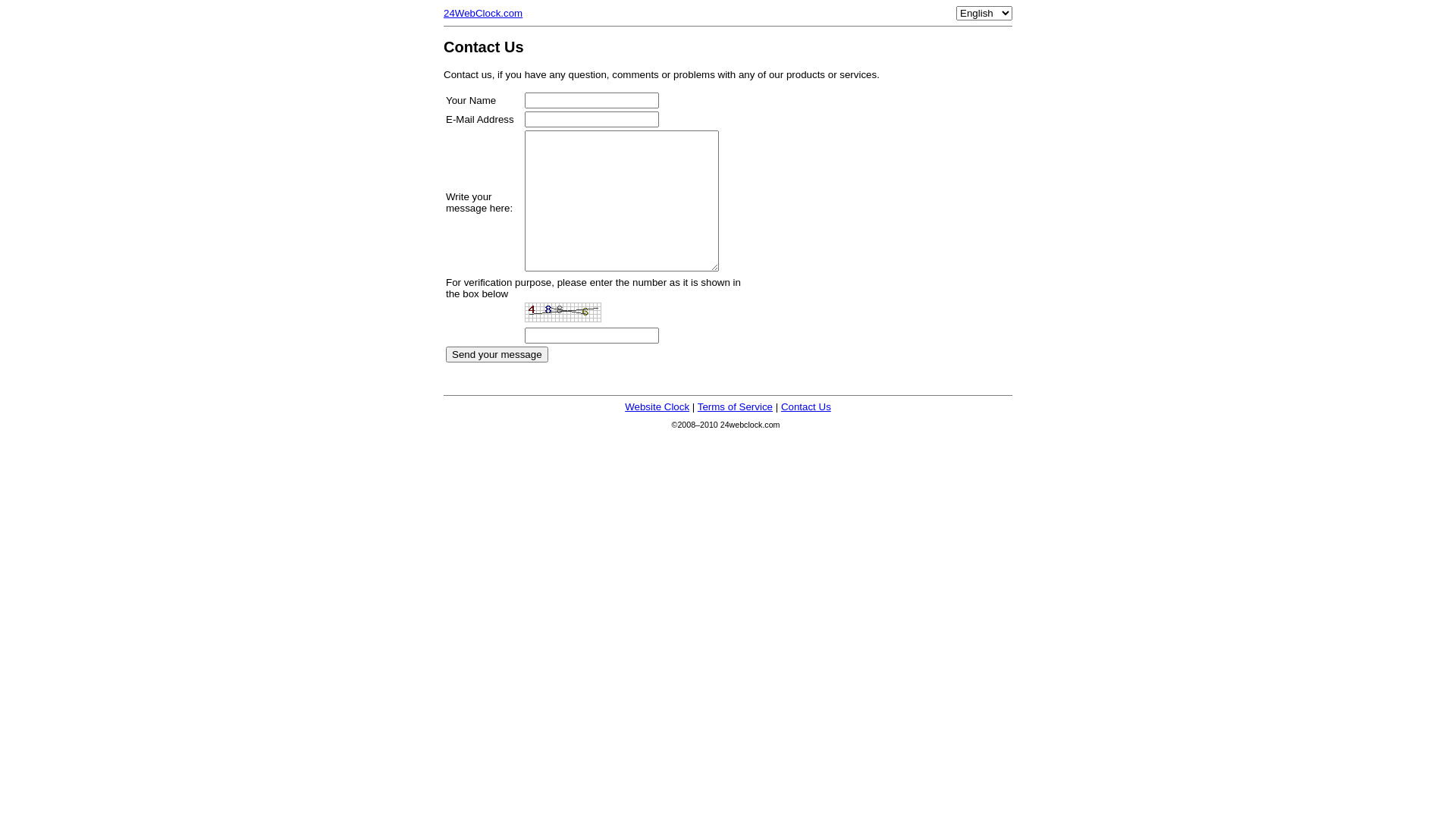 This screenshot has height=819, width=1456. I want to click on 'Contact Us', so click(805, 406).